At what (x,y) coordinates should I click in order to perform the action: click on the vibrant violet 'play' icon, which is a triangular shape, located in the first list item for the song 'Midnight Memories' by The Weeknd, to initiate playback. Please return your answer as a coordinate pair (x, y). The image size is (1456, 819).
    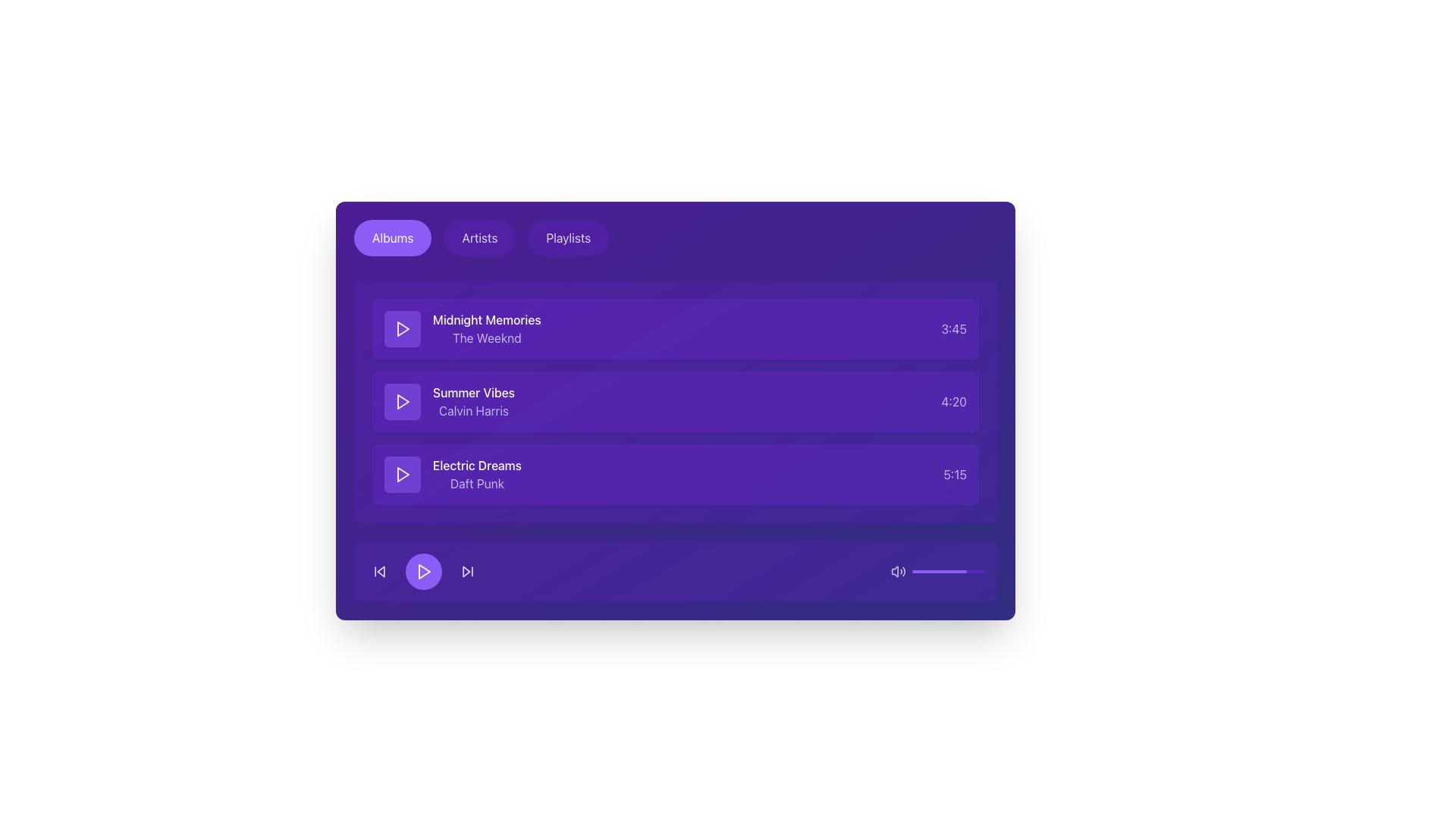
    Looking at the image, I should click on (403, 328).